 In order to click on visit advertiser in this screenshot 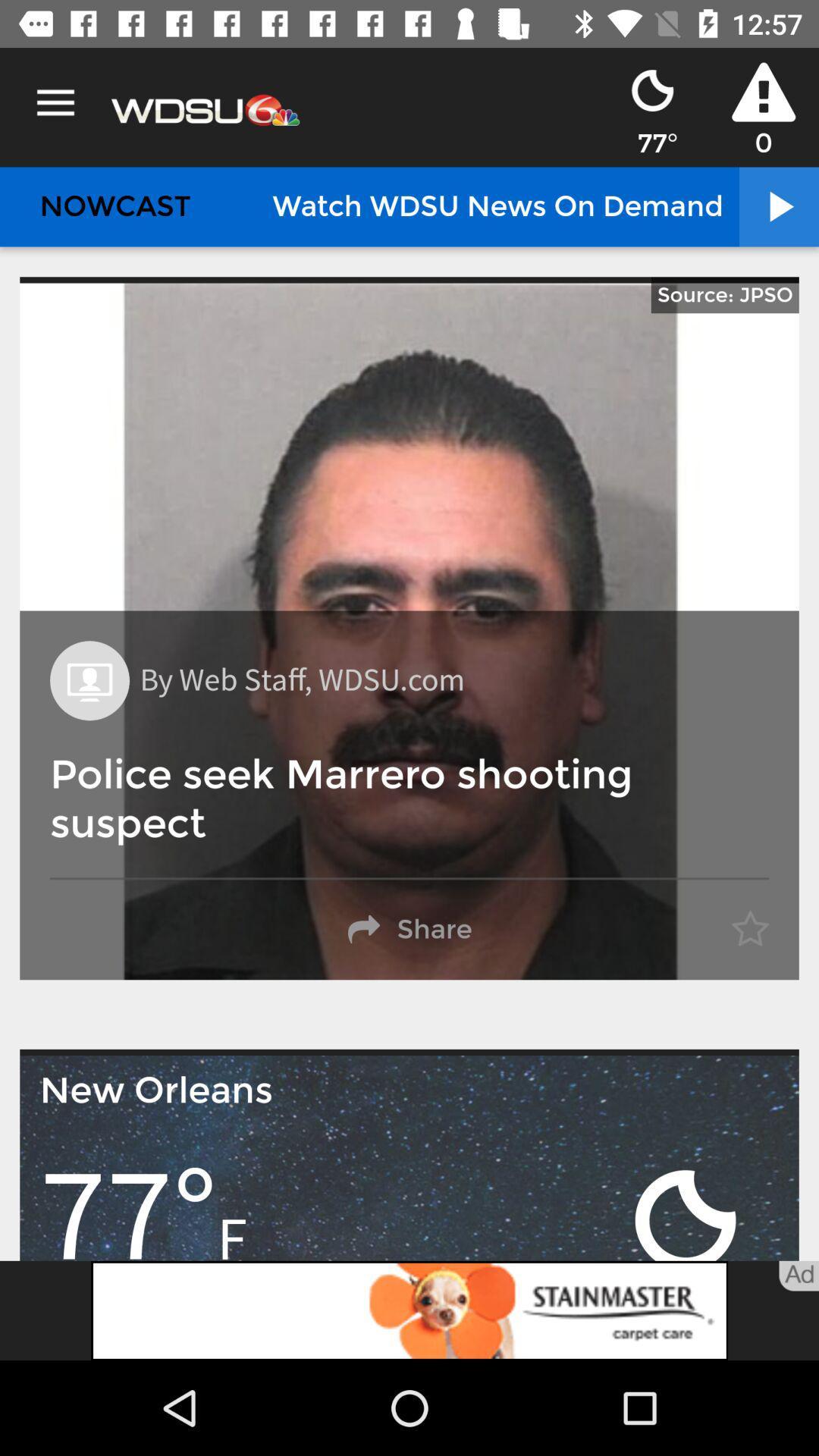, I will do `click(409, 1310)`.